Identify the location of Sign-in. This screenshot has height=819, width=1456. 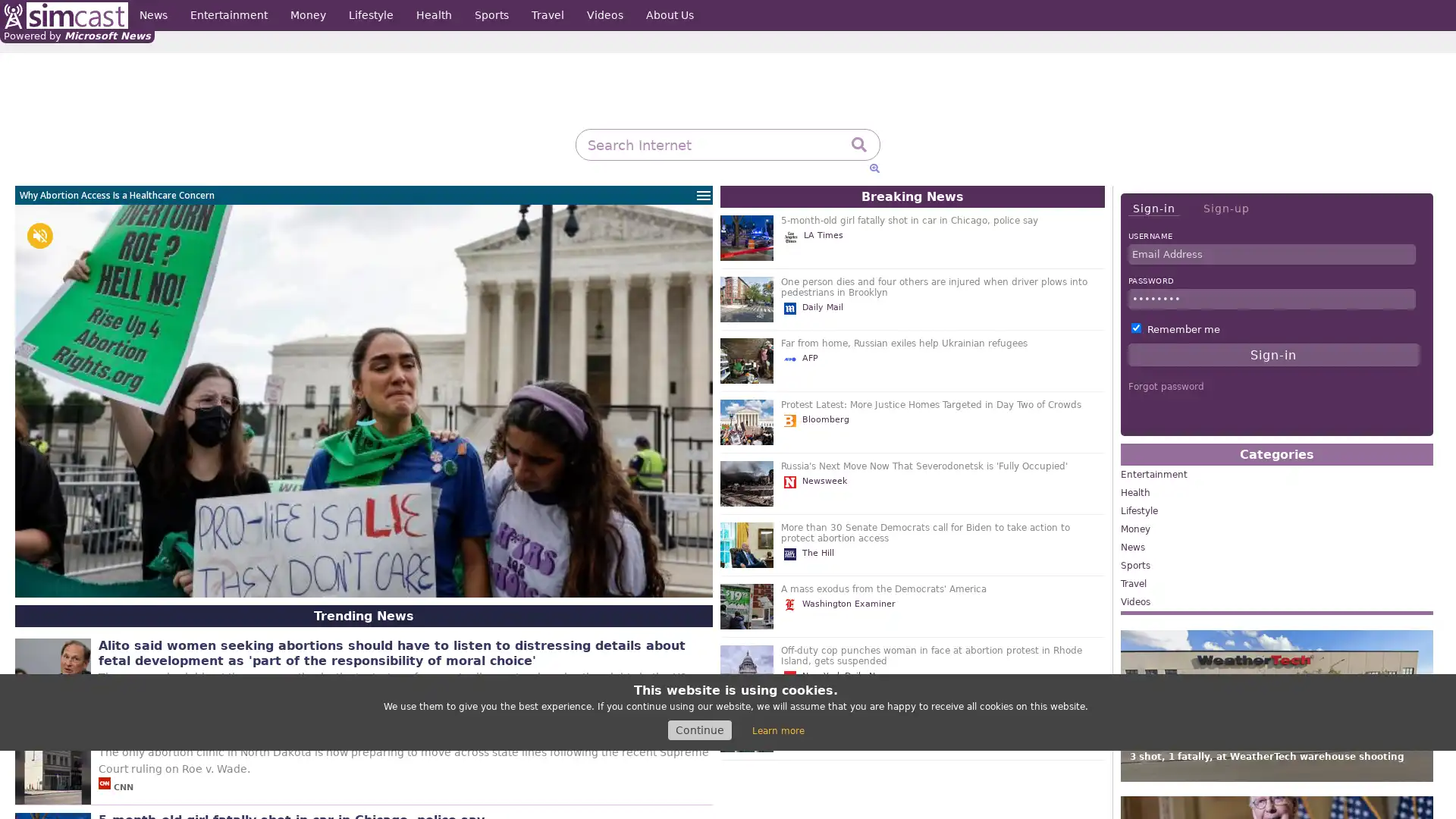
(1273, 354).